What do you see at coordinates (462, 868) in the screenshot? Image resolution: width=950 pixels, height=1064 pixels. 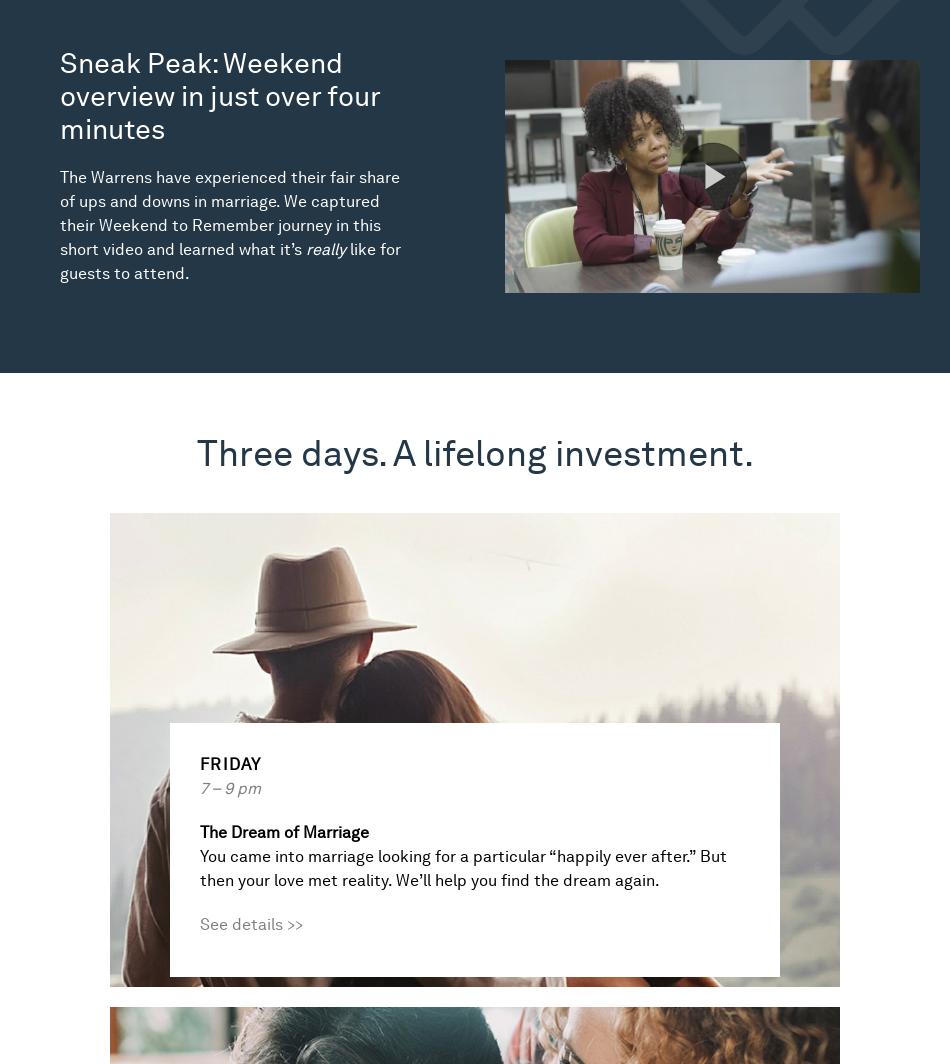 I see `'You came into marriage looking for a particular “happily ever after.” But then your love met reality. We’ll help you find the dream again.'` at bounding box center [462, 868].